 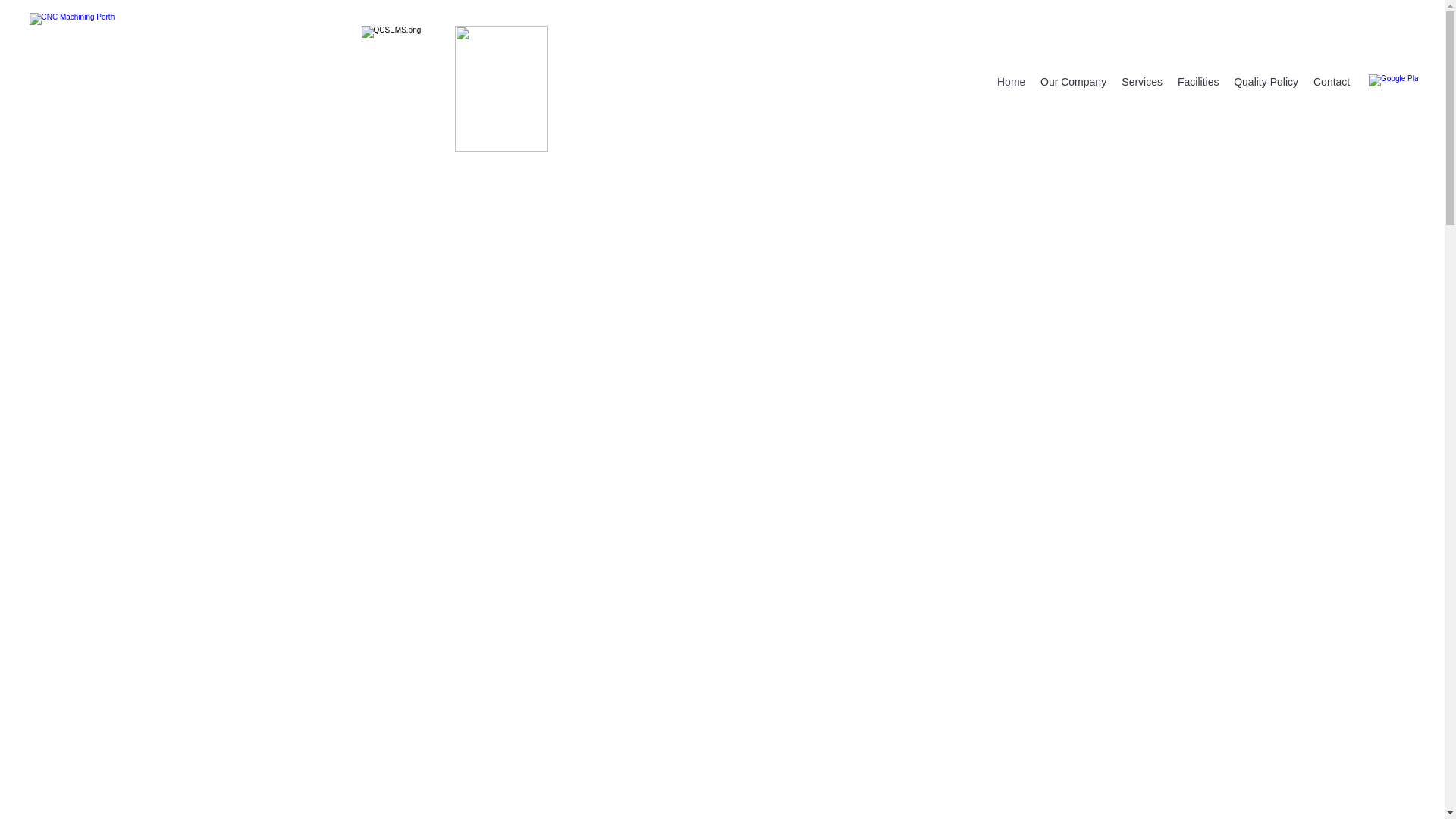 I want to click on 'Our Company', so click(x=1072, y=82).